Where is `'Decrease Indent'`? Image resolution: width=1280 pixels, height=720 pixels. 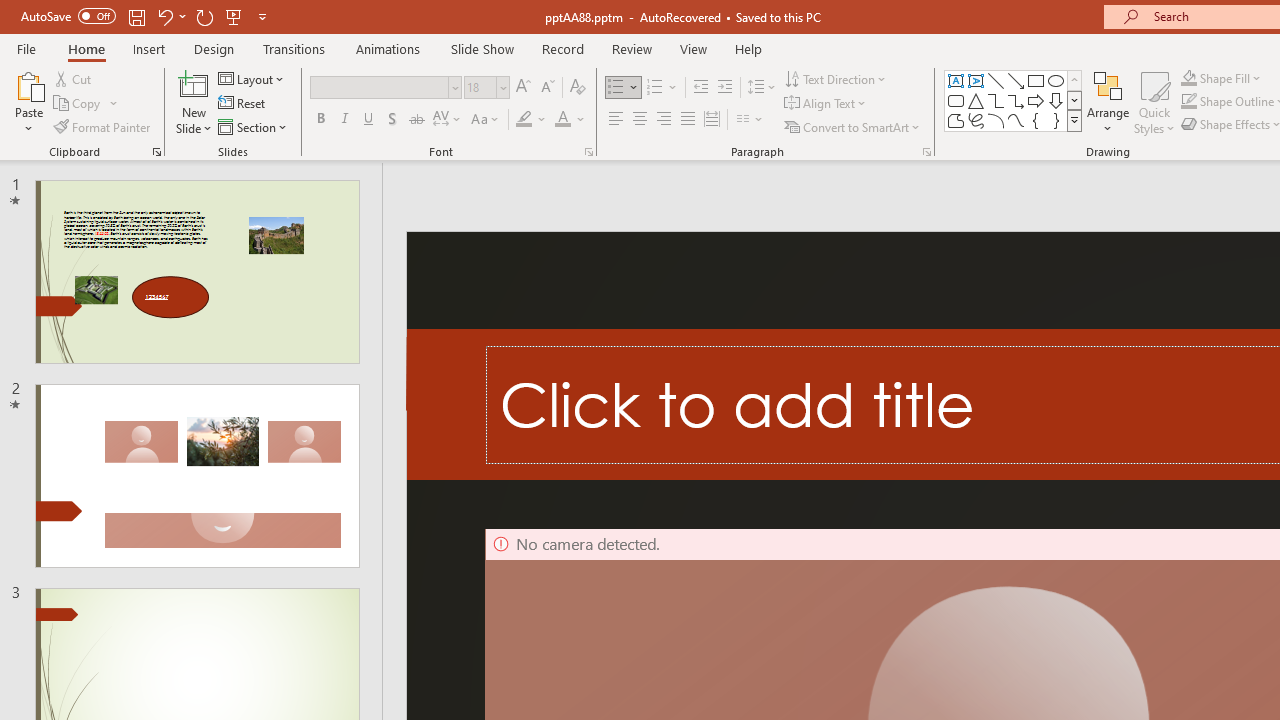 'Decrease Indent' is located at coordinates (700, 86).